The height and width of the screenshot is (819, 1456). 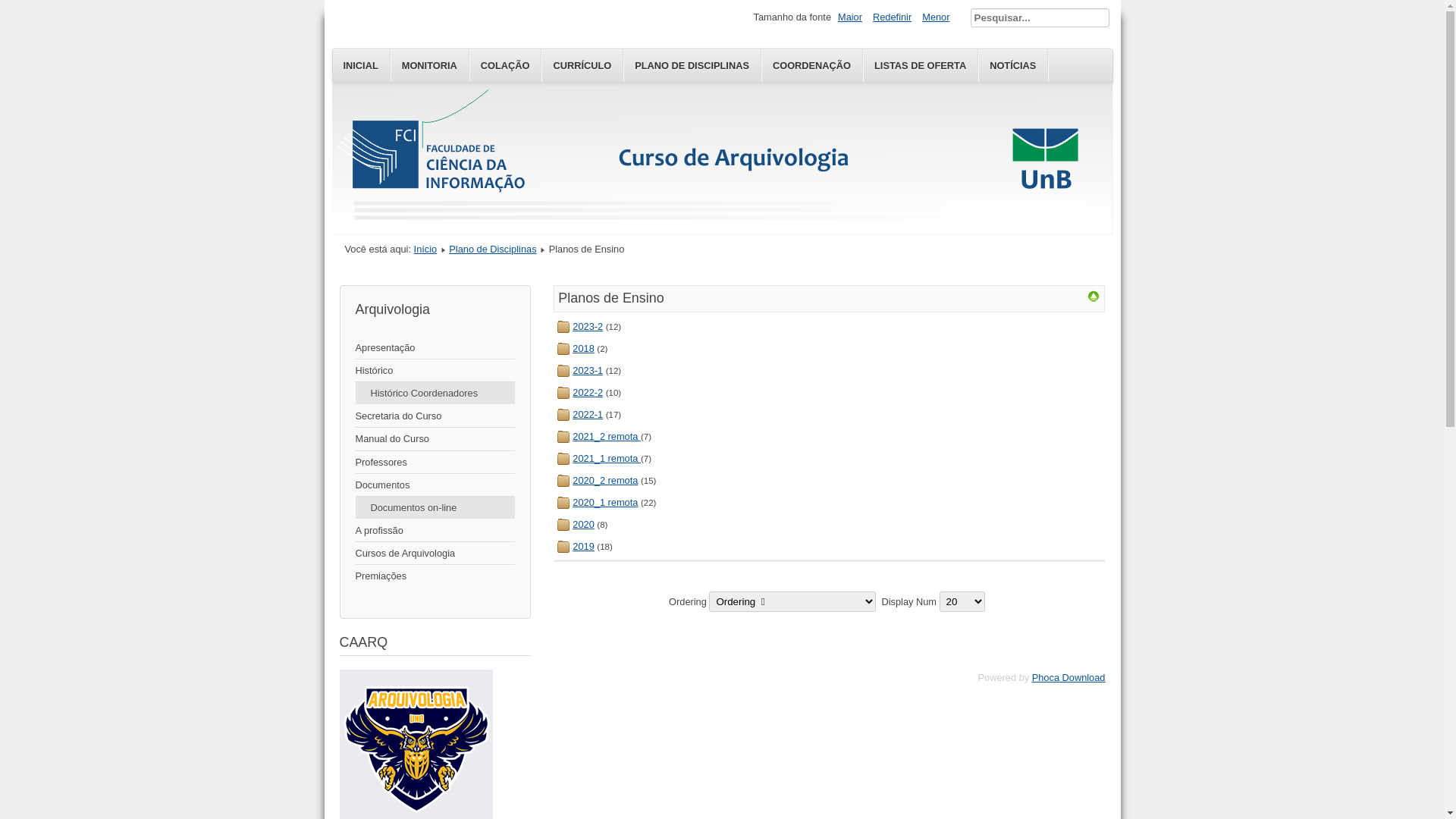 I want to click on '2021_1 remota', so click(x=607, y=457).